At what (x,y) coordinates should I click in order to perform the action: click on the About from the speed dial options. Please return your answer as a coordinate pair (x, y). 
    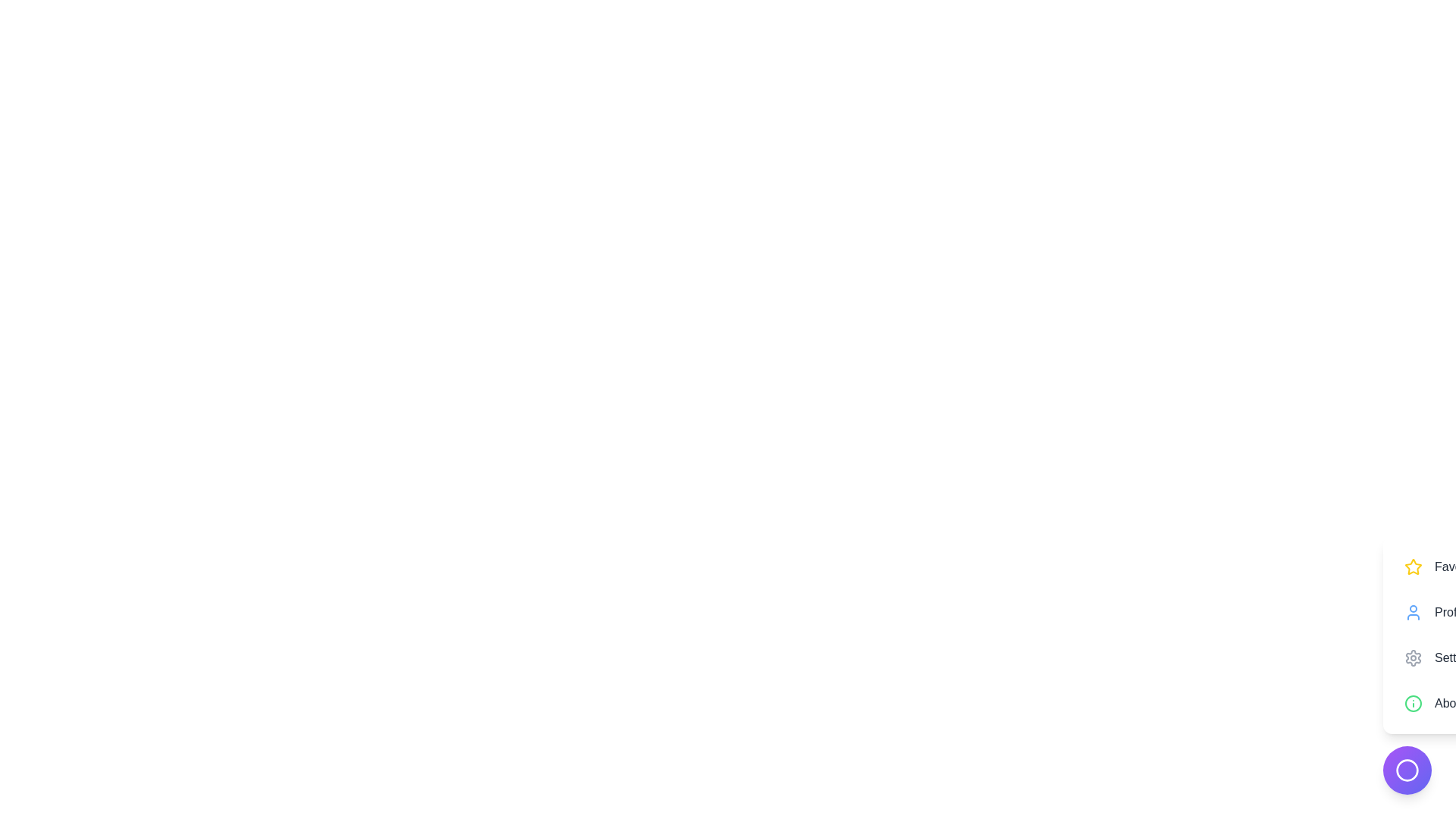
    Looking at the image, I should click on (1456, 704).